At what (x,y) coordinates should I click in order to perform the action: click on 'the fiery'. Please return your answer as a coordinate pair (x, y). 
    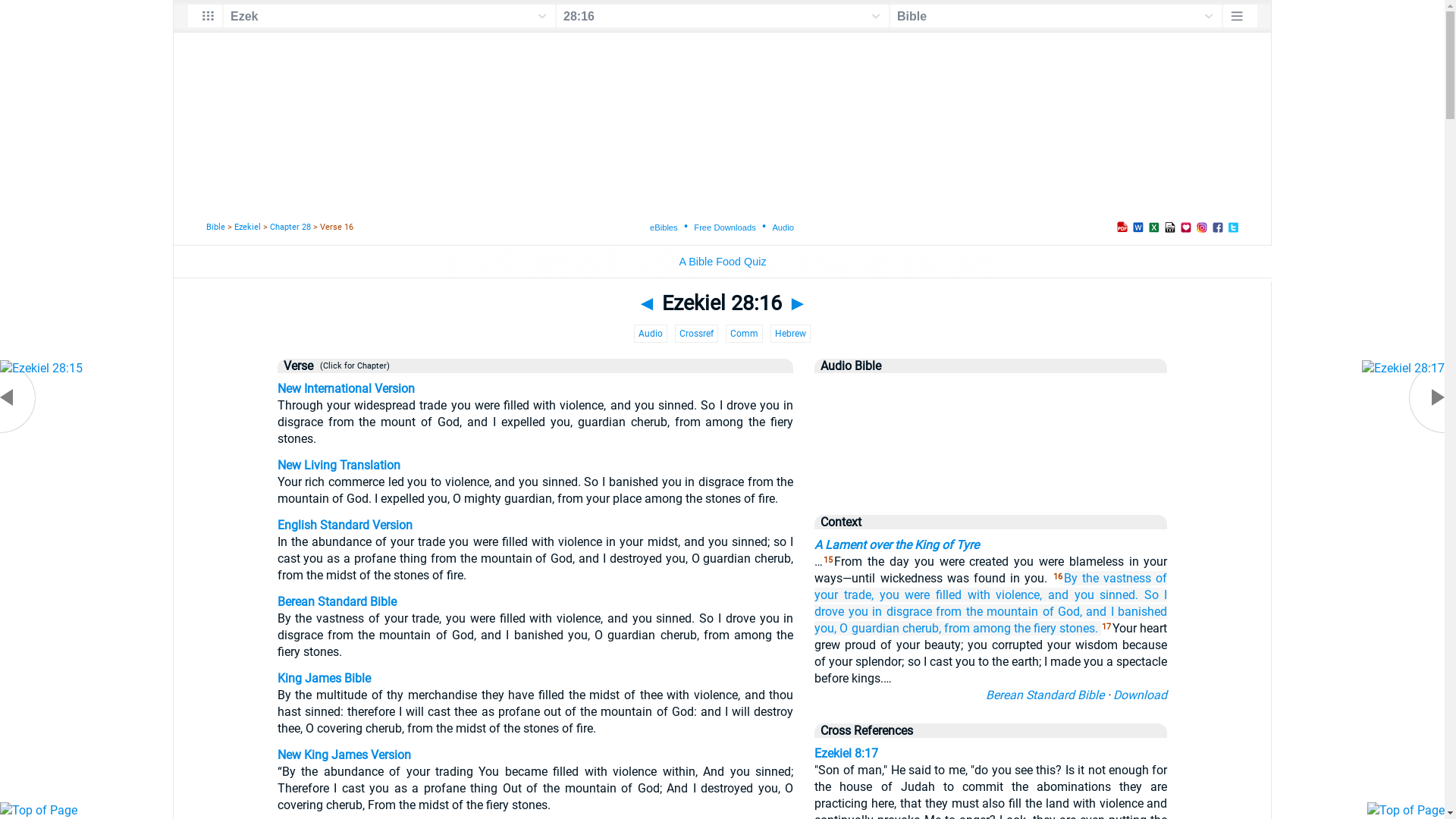
    Looking at the image, I should click on (1034, 628).